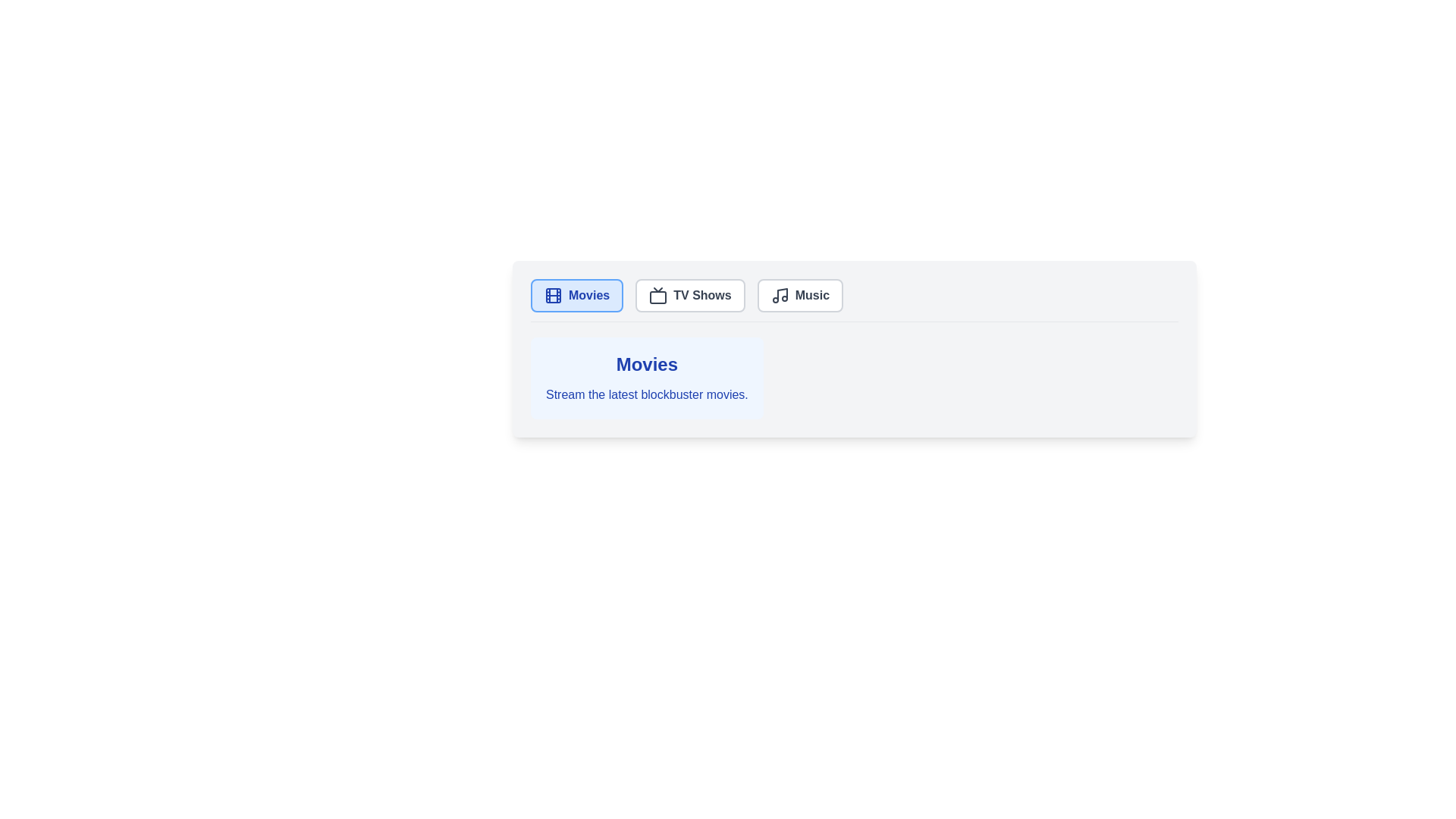 This screenshot has width=1456, height=819. What do you see at coordinates (552, 295) in the screenshot?
I see `the 'Movies' navigation button icon` at bounding box center [552, 295].